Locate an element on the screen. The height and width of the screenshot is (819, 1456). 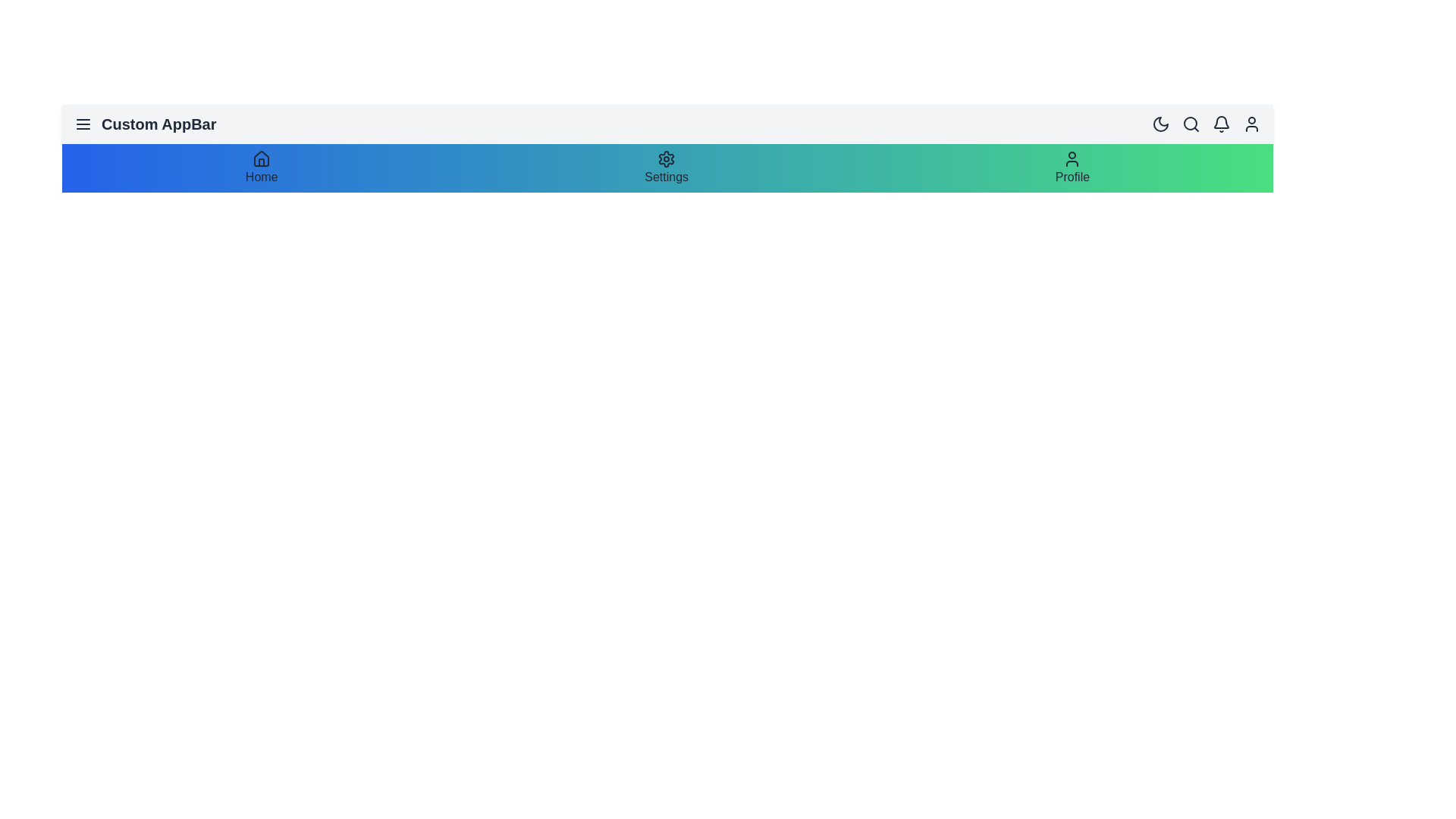
the Settings button in the navigation bar is located at coordinates (666, 177).